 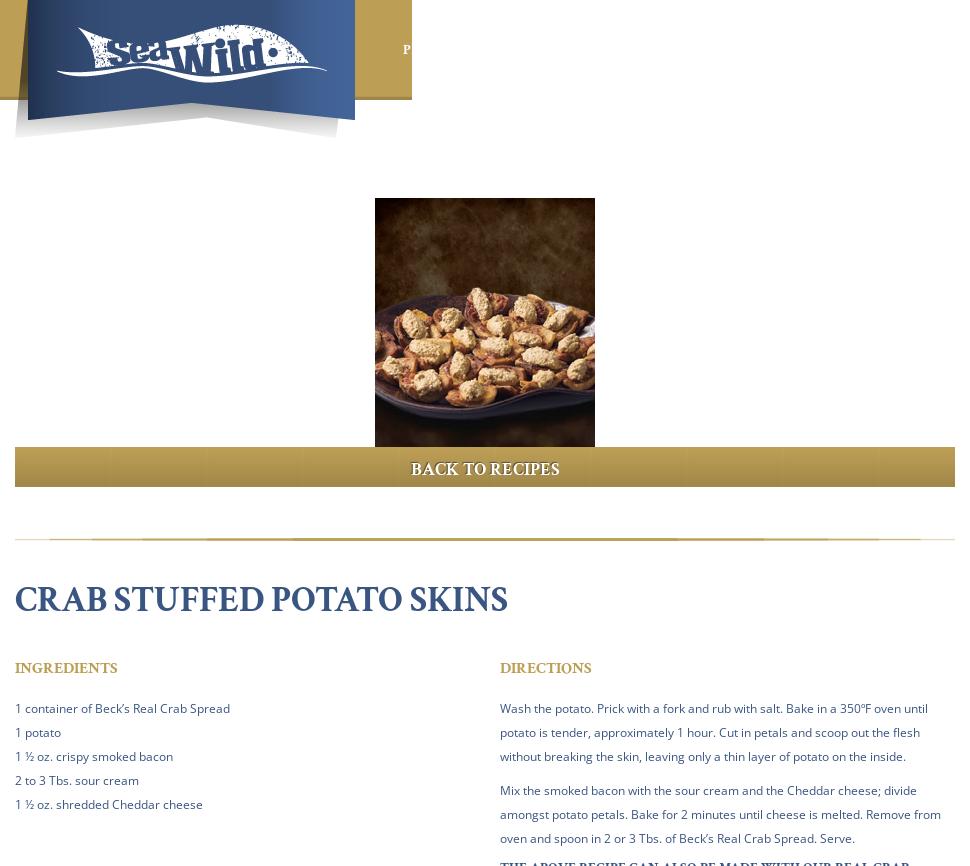 I want to click on 'Crab Stuffed Potato Skins', so click(x=260, y=600).